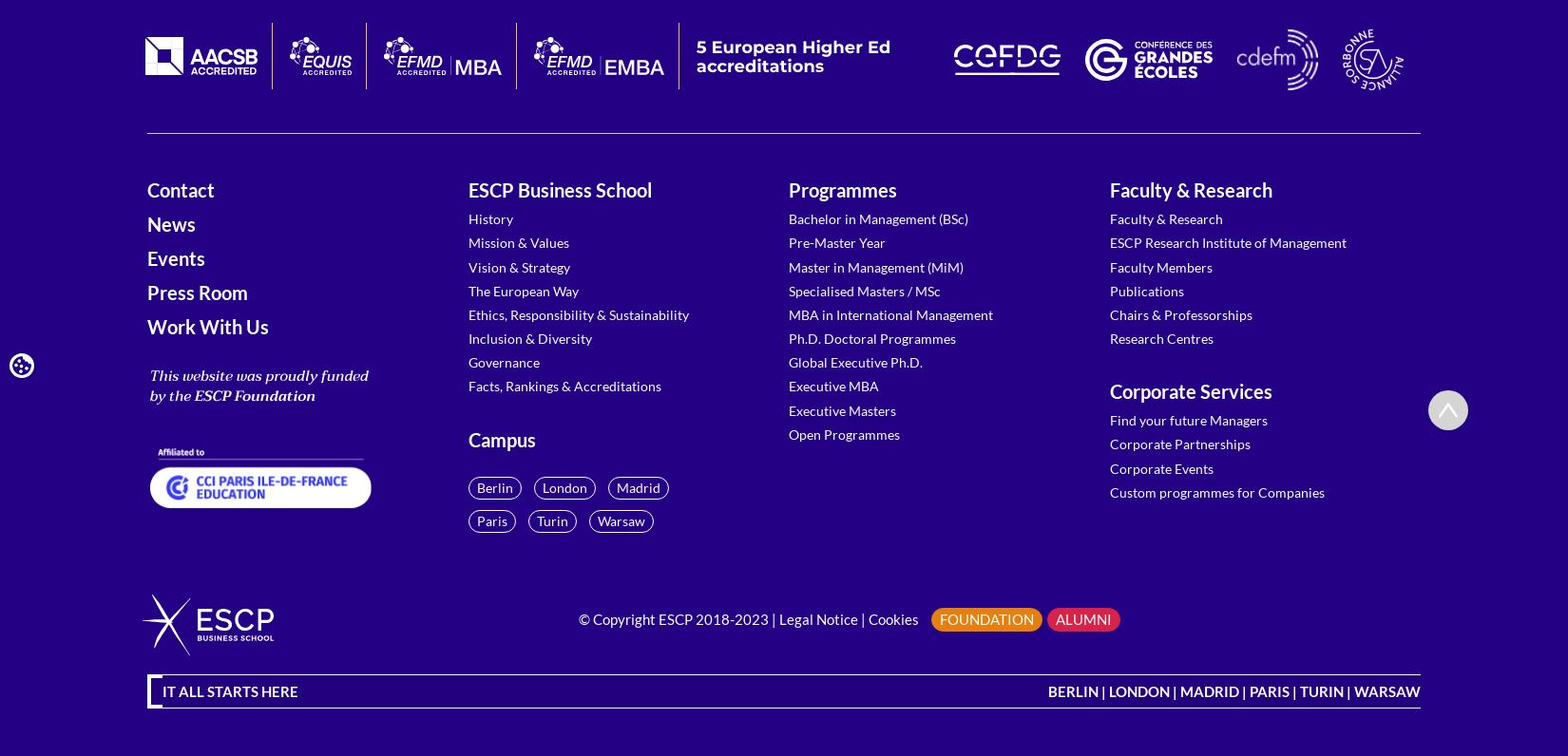 The image size is (1568, 756). Describe the element at coordinates (171, 224) in the screenshot. I see `'News'` at that location.